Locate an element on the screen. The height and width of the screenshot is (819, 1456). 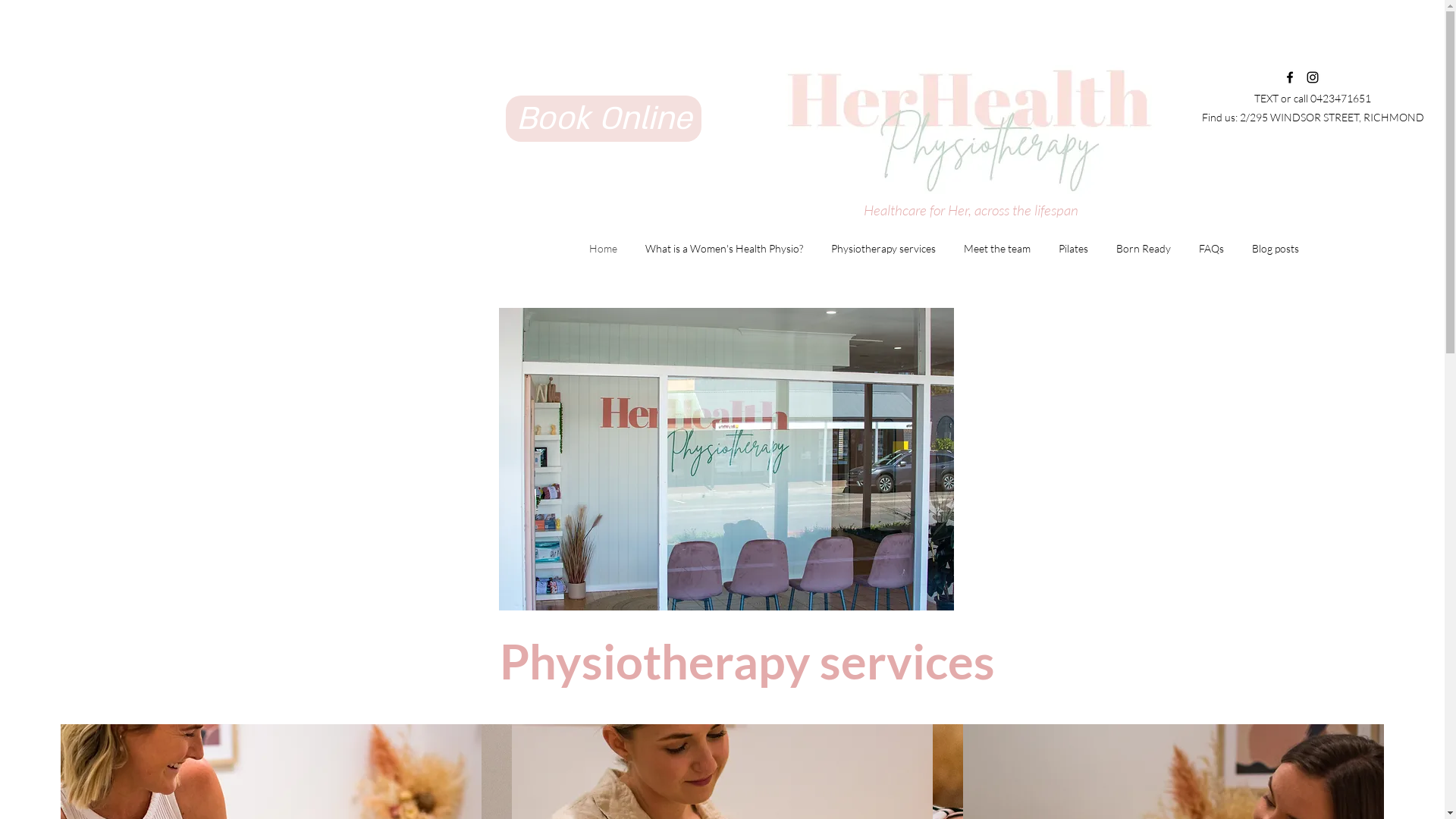
'Home' is located at coordinates (602, 247).